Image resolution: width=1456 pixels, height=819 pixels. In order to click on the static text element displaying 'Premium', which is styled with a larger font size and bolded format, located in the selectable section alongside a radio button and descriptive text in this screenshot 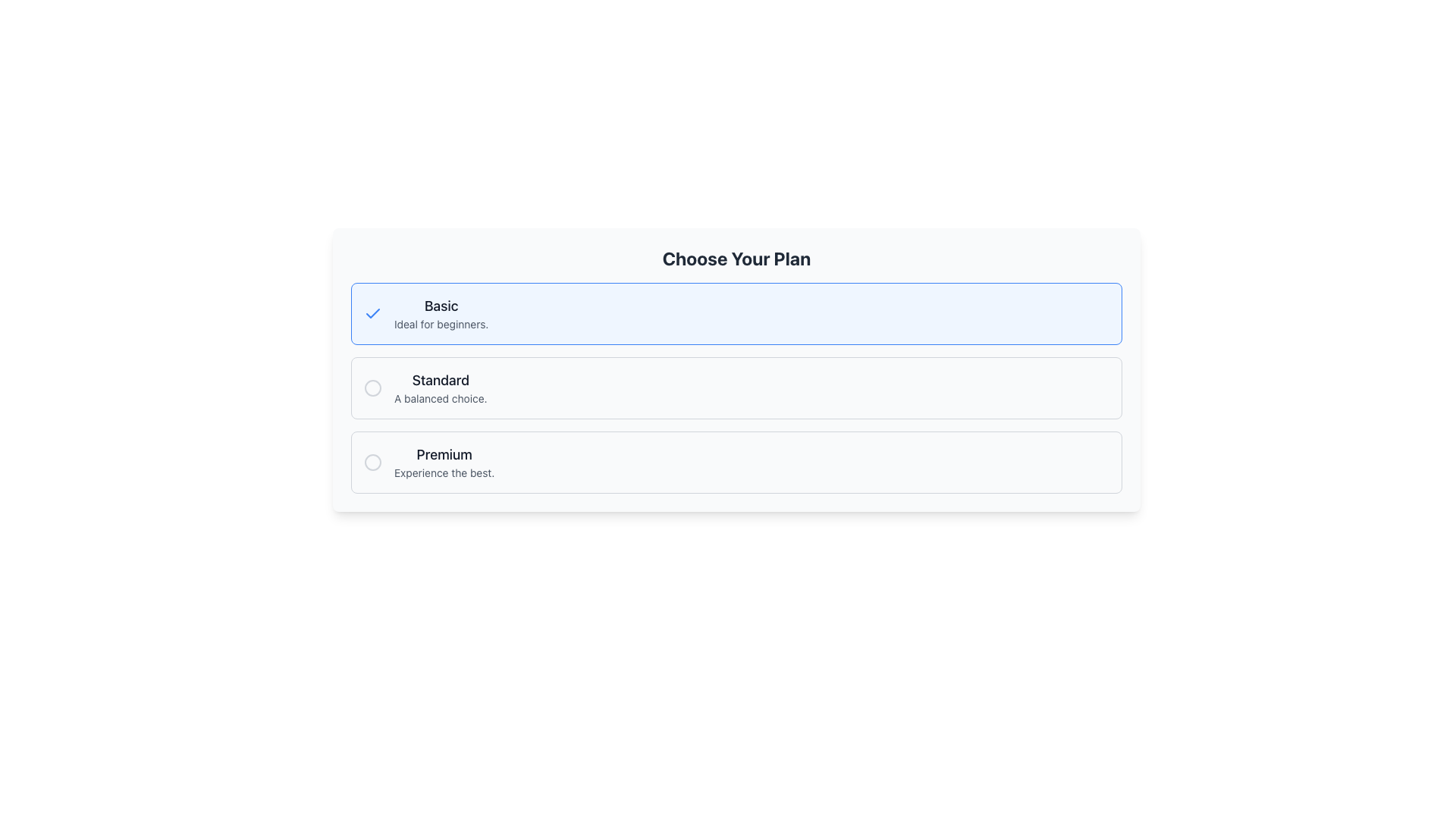, I will do `click(444, 454)`.